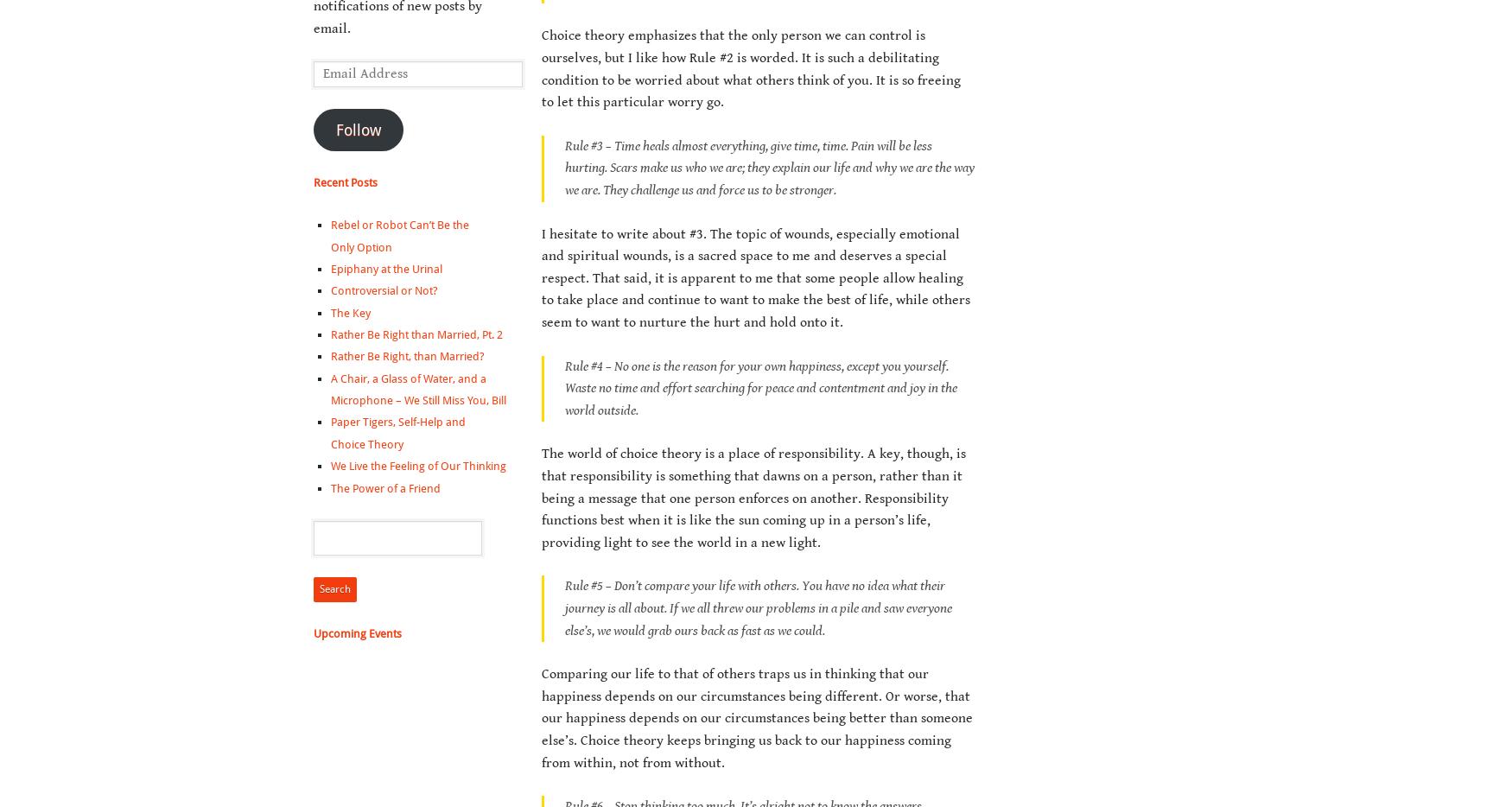 This screenshot has width=1512, height=807. What do you see at coordinates (357, 129) in the screenshot?
I see `'Follow'` at bounding box center [357, 129].